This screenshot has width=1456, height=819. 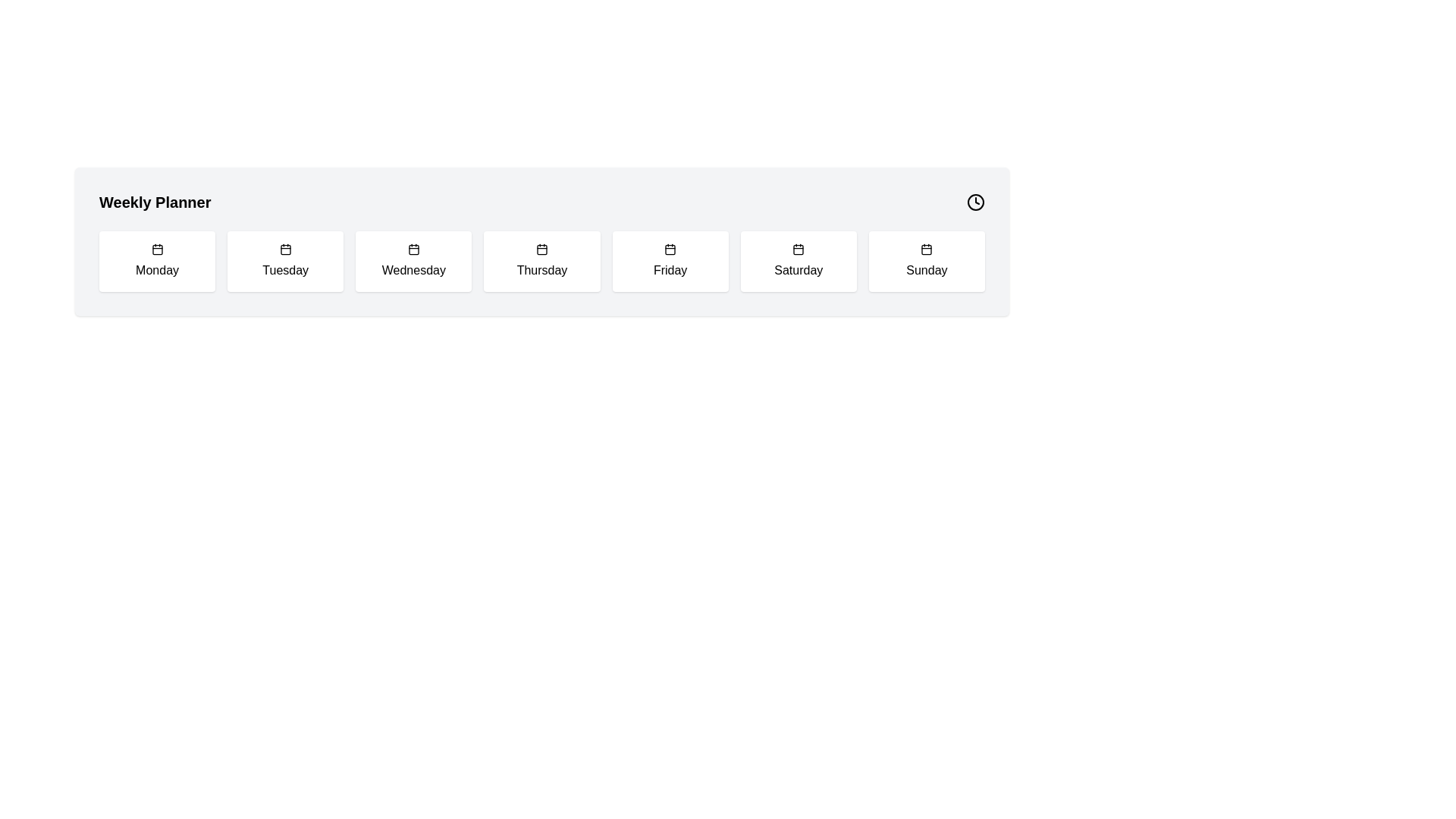 I want to click on the day represented by the button-like component labeled 'Thursday', which is the fourth element in a row of seven representing the days of the week, so click(x=542, y=260).